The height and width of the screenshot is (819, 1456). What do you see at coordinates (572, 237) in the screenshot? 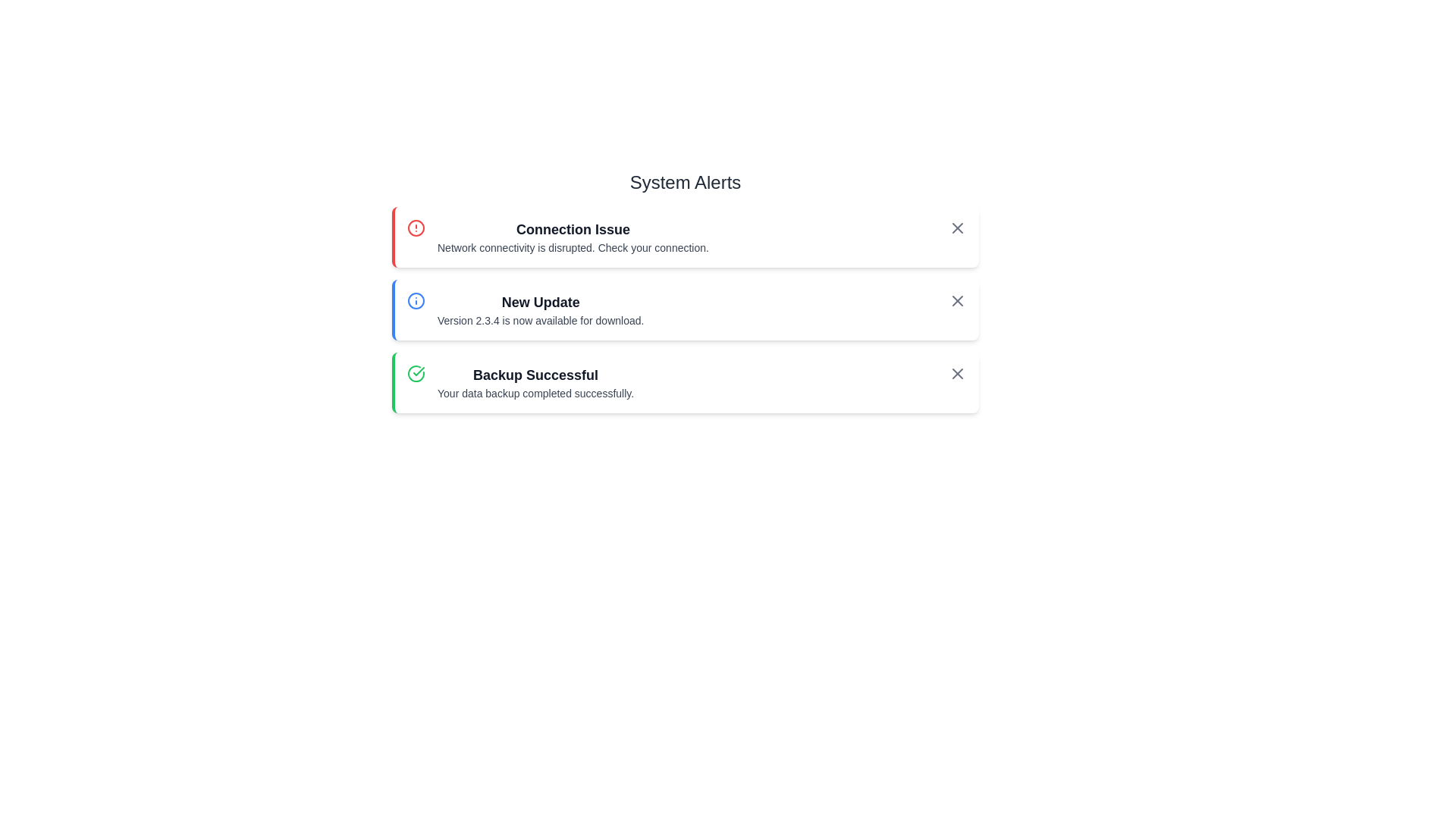
I see `the Notification description section that displays an alert message about a connectivity issue, located centrally under the title 'Connection Issue' in the 'System Alerts' section` at bounding box center [572, 237].